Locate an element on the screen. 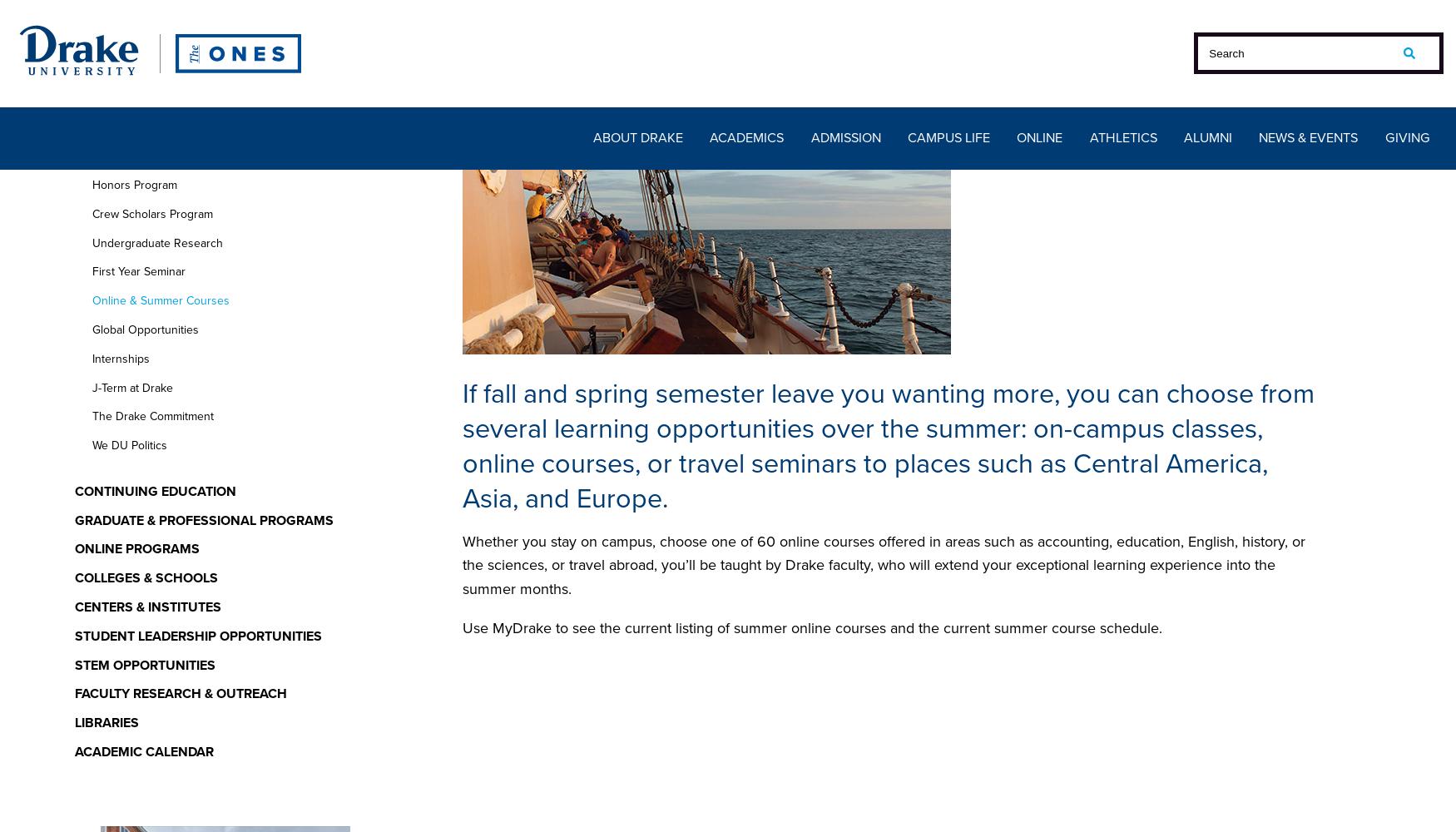  'Faculty Research & Outreach' is located at coordinates (181, 692).